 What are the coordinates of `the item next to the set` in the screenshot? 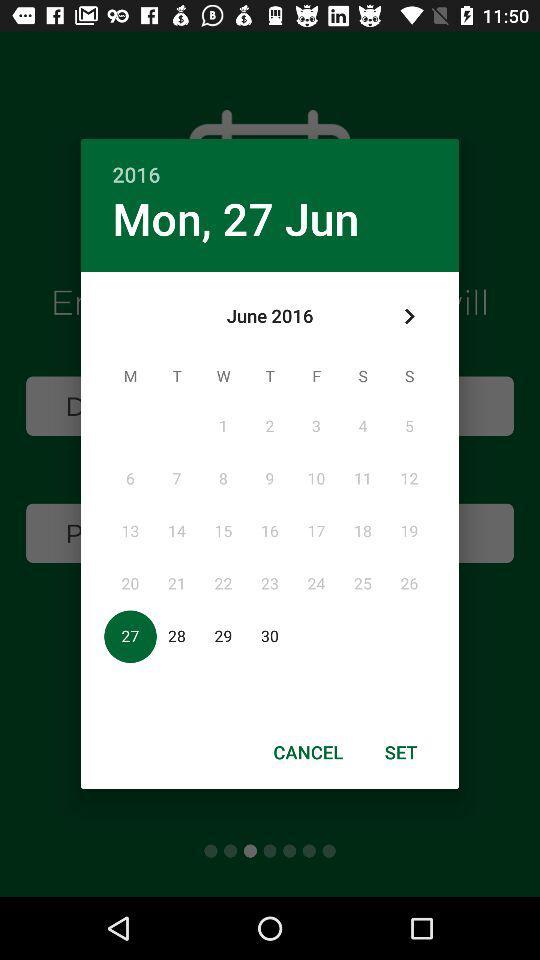 It's located at (308, 751).